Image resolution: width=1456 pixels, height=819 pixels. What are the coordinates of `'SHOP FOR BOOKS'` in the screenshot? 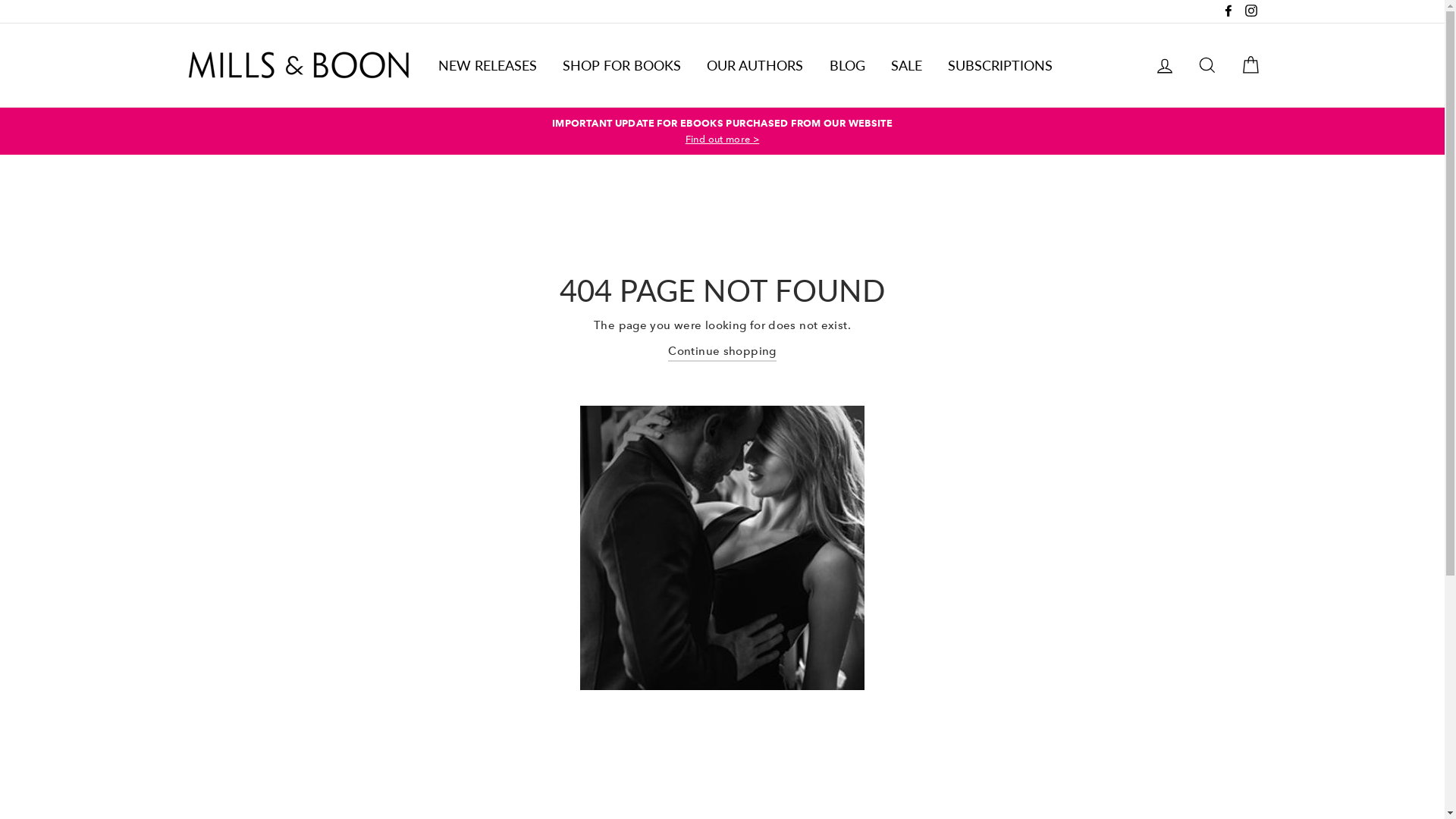 It's located at (622, 64).